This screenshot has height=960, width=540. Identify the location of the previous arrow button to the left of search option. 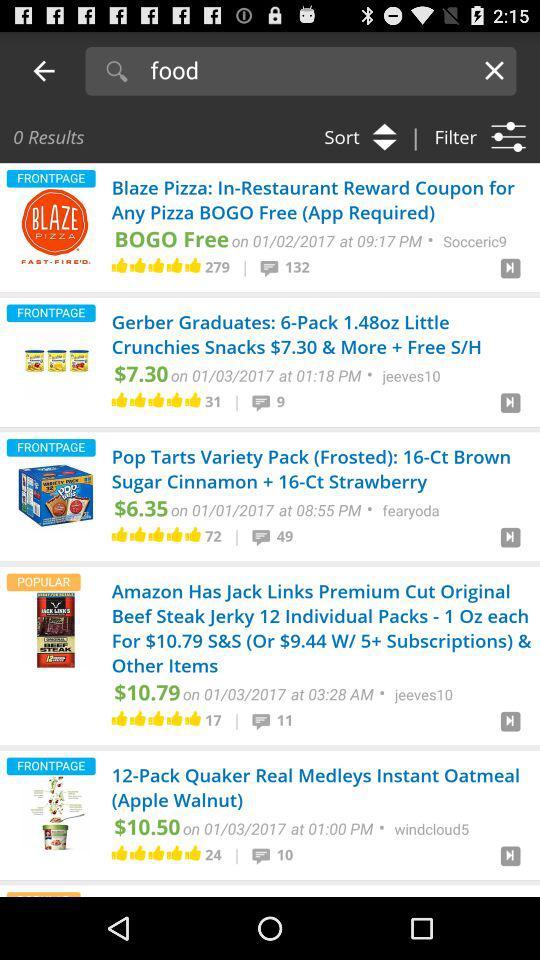
(44, 71).